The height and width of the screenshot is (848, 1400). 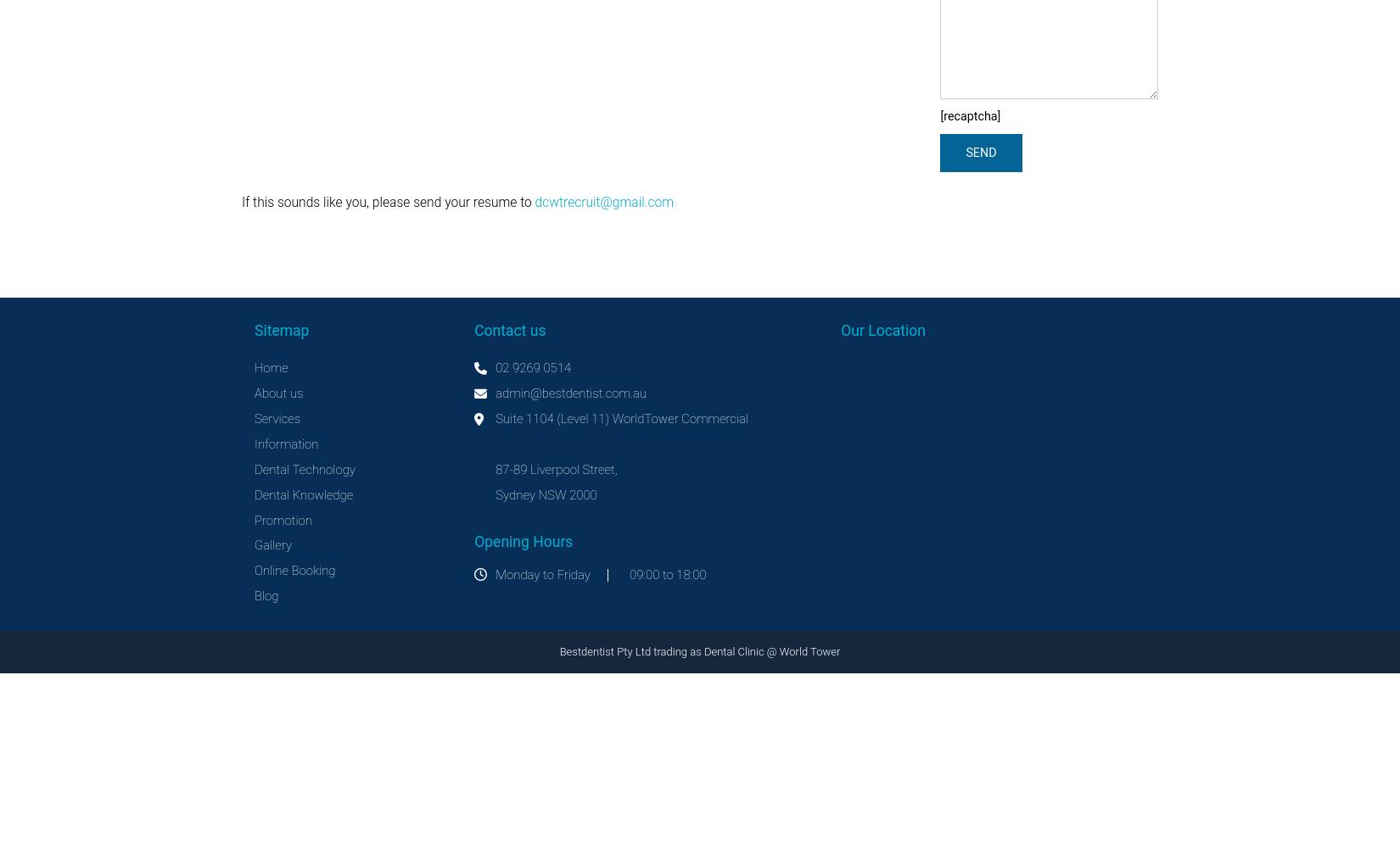 What do you see at coordinates (286, 444) in the screenshot?
I see `'Information'` at bounding box center [286, 444].